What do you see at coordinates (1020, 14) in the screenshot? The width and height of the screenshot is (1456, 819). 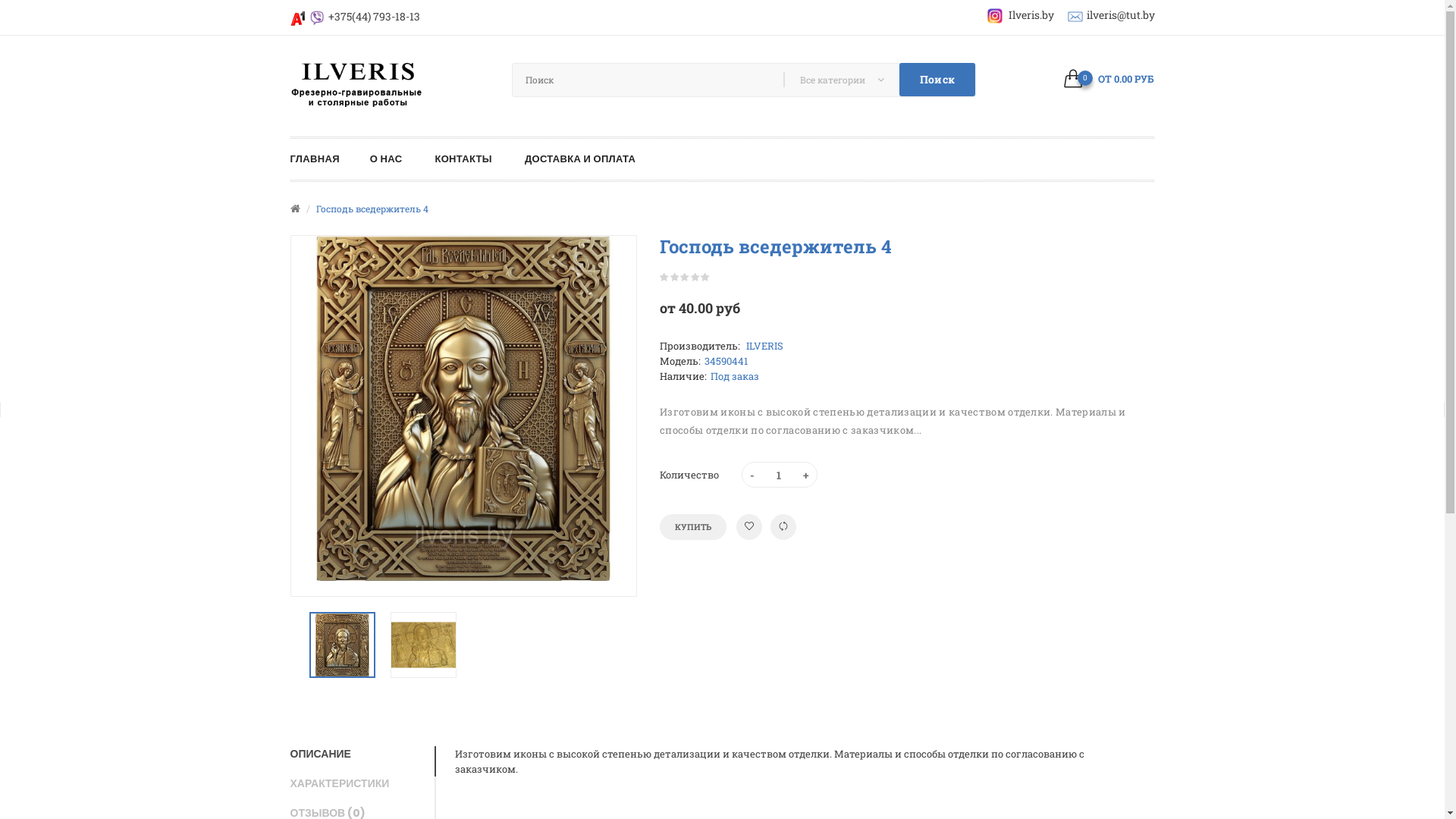 I see `'Ilveris.by'` at bounding box center [1020, 14].